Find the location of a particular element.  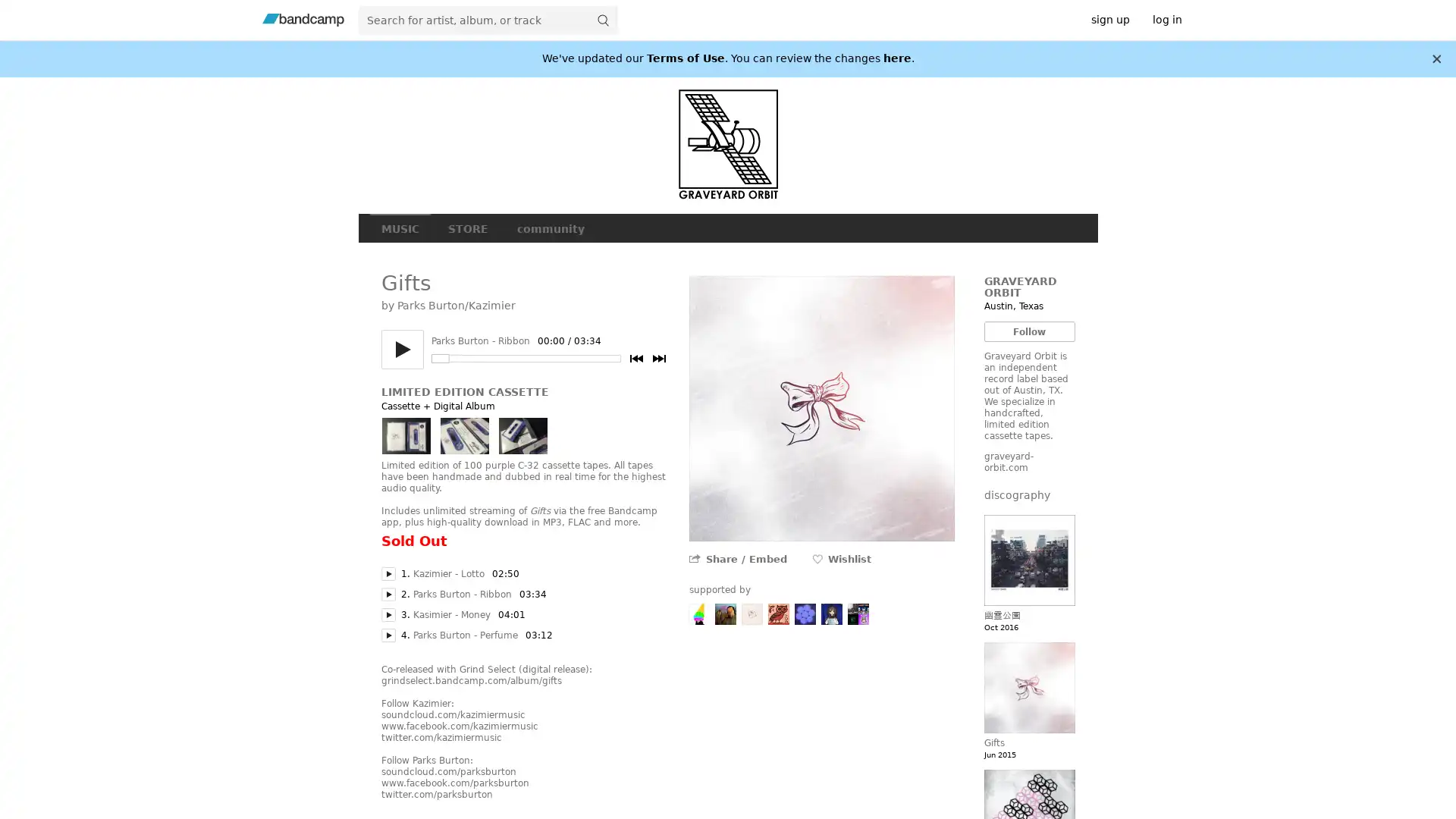

Play Parks Burton - Ribbon is located at coordinates (388, 593).